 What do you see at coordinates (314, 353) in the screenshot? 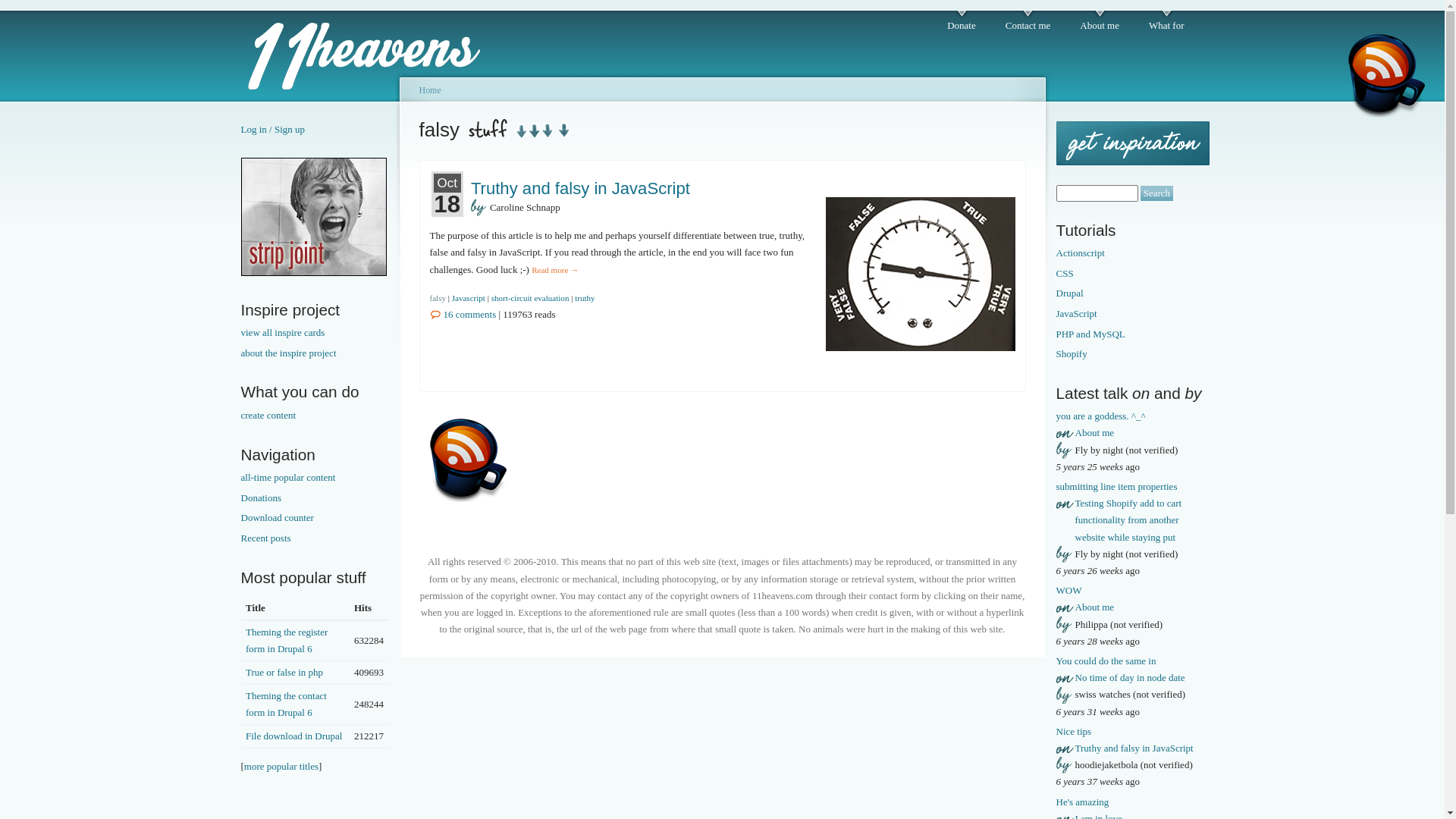
I see `'about the inspire project'` at bounding box center [314, 353].